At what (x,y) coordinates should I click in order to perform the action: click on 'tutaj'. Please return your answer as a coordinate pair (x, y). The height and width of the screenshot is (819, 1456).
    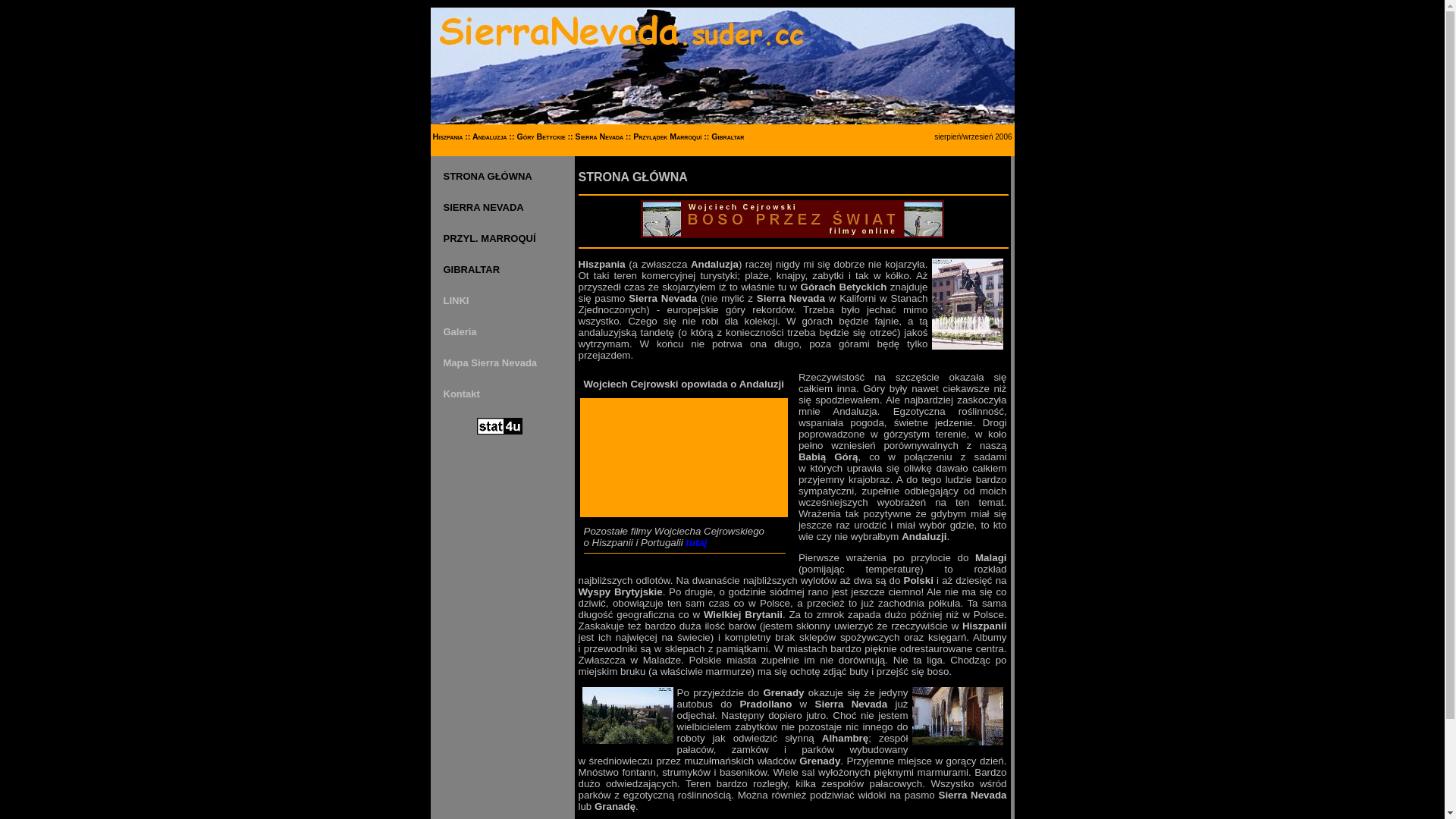
    Looking at the image, I should click on (695, 541).